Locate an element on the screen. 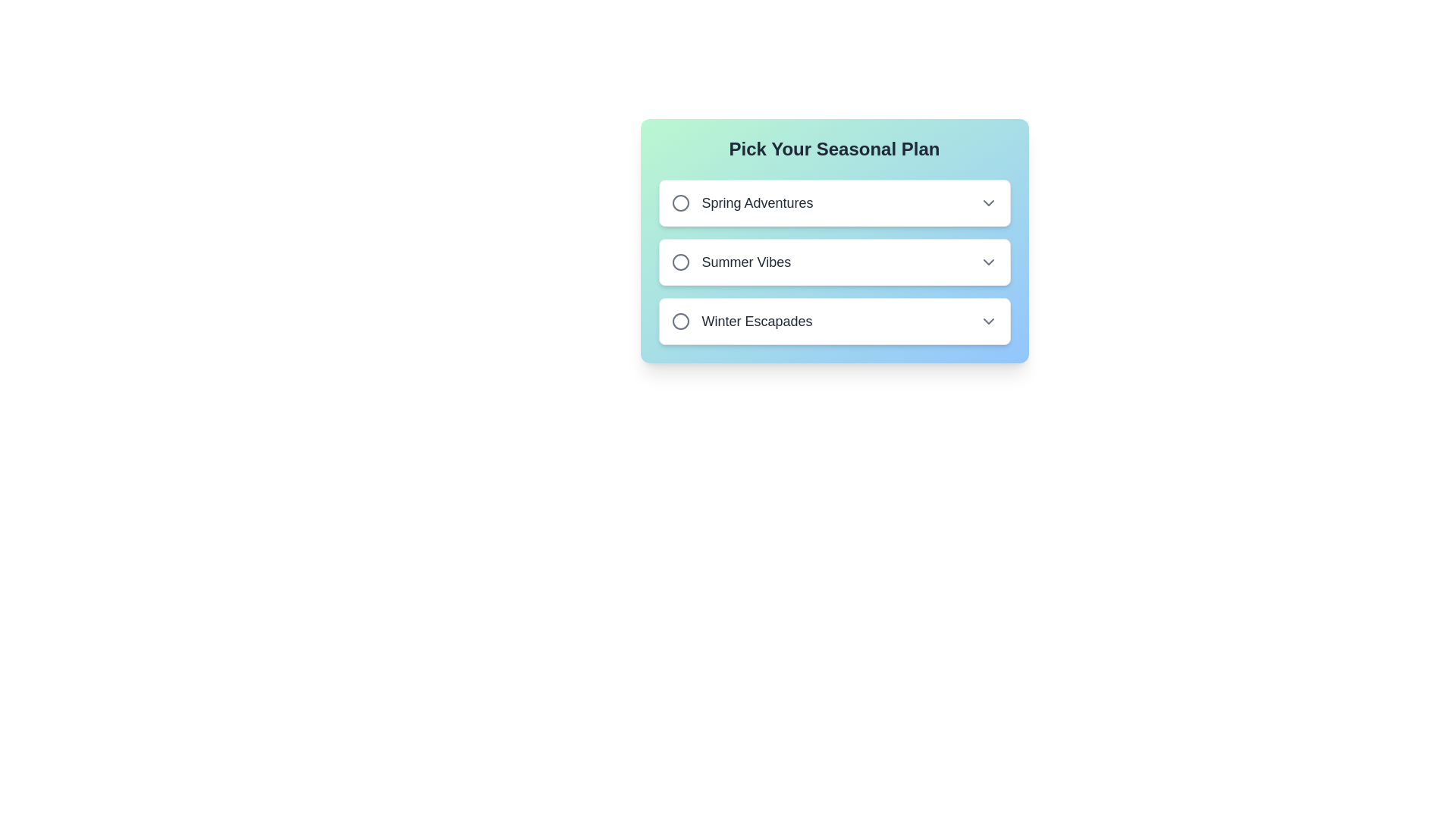 This screenshot has width=1456, height=819. the interactive dropdown option selector labeled 'Spring Adventures' is located at coordinates (833, 202).